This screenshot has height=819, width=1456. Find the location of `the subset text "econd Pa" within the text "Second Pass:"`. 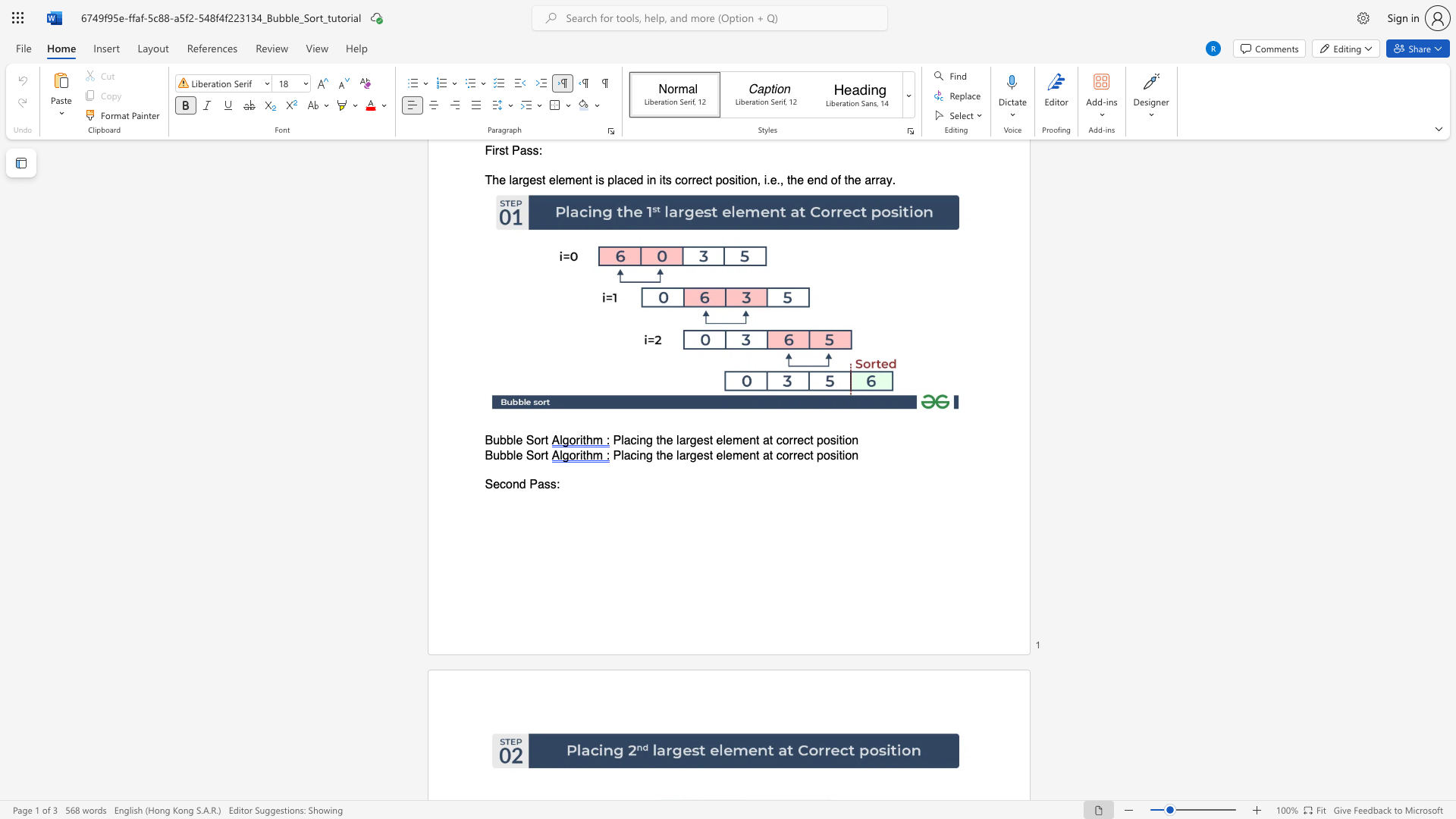

the subset text "econd Pa" within the text "Second Pass:" is located at coordinates (493, 485).